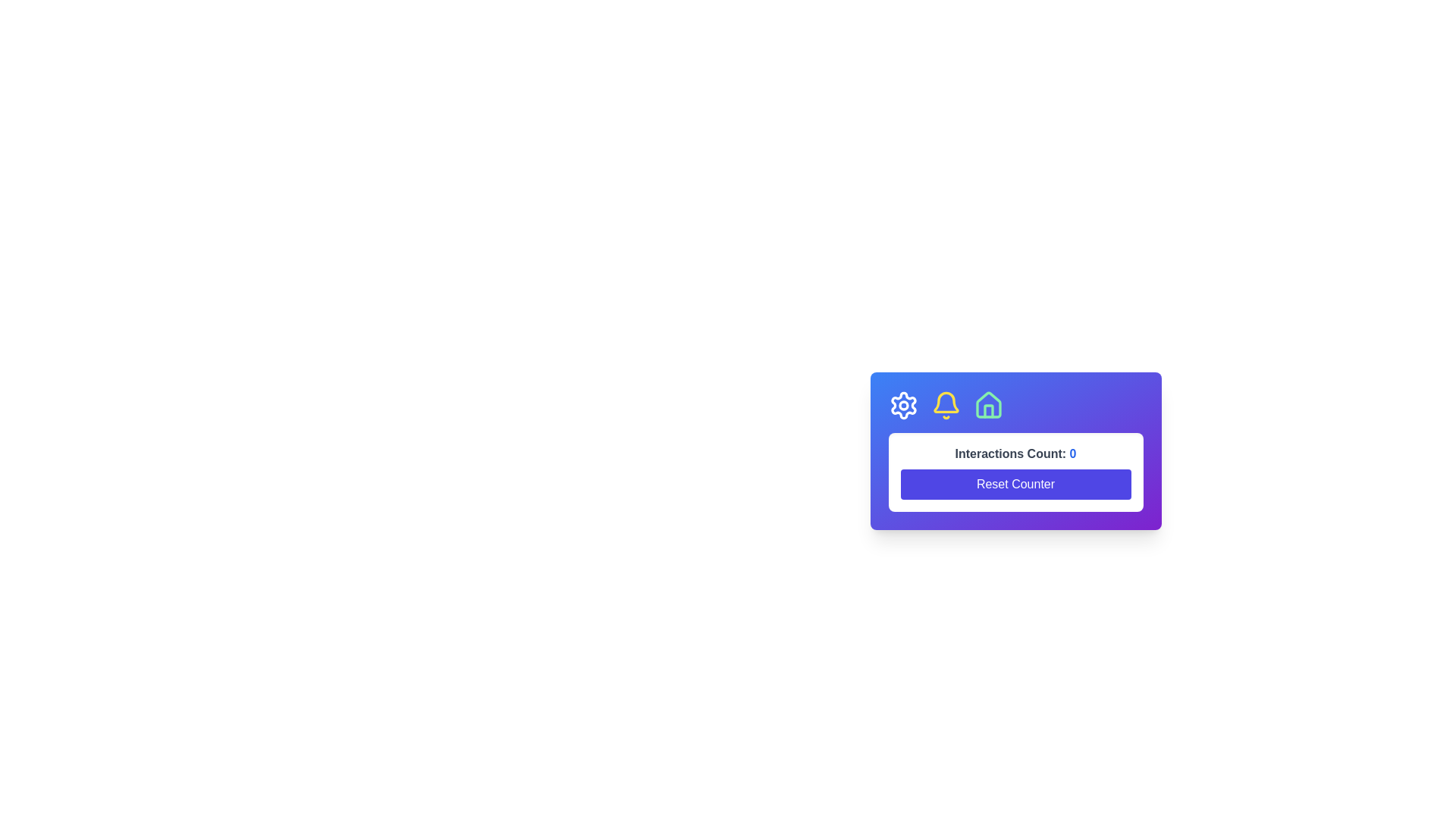 This screenshot has width=1456, height=819. Describe the element at coordinates (903, 405) in the screenshot. I see `the settings icon located at the top-left corner of the horizontal row of icons` at that location.